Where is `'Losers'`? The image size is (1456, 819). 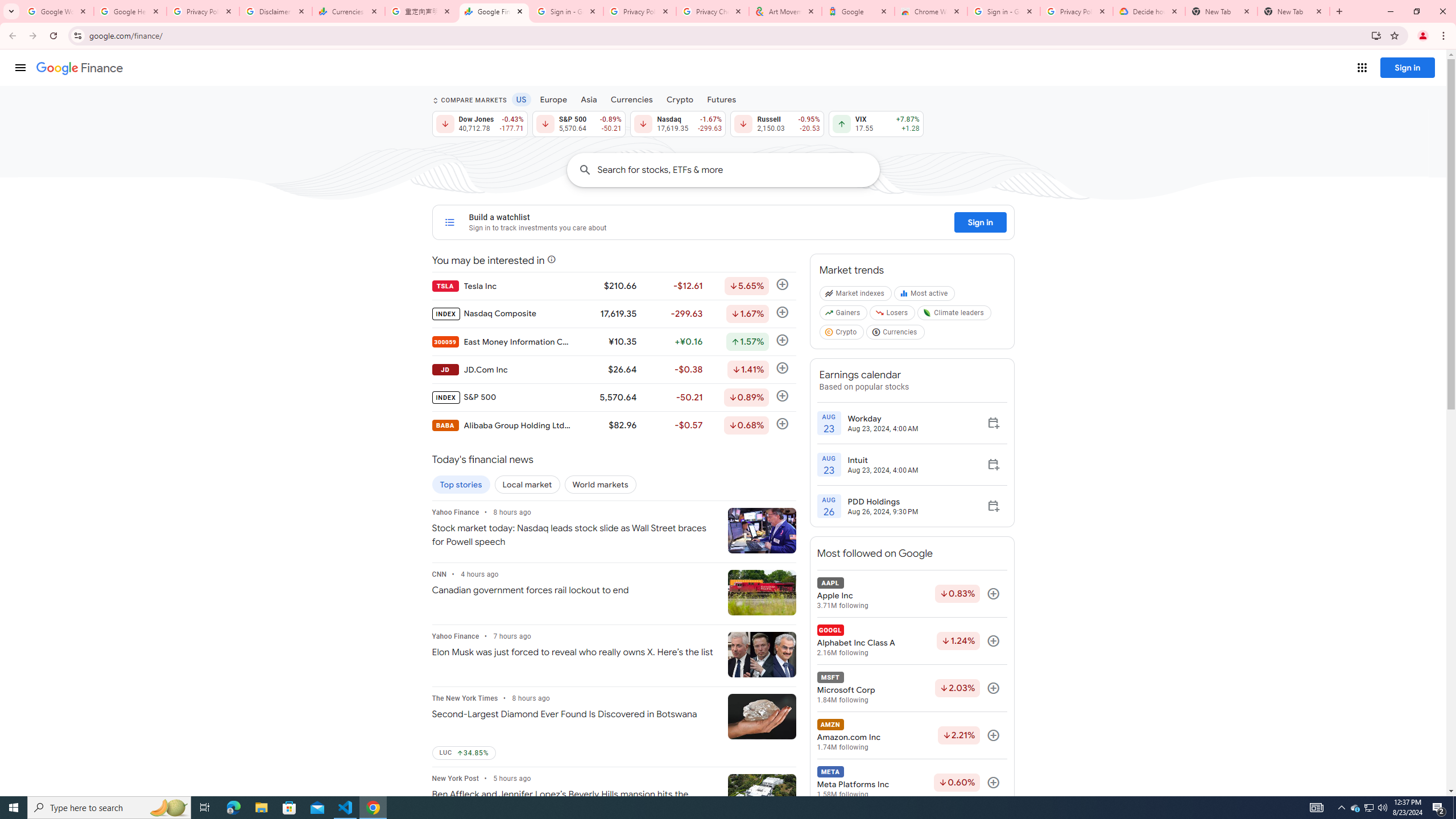
'Losers' is located at coordinates (892, 315).